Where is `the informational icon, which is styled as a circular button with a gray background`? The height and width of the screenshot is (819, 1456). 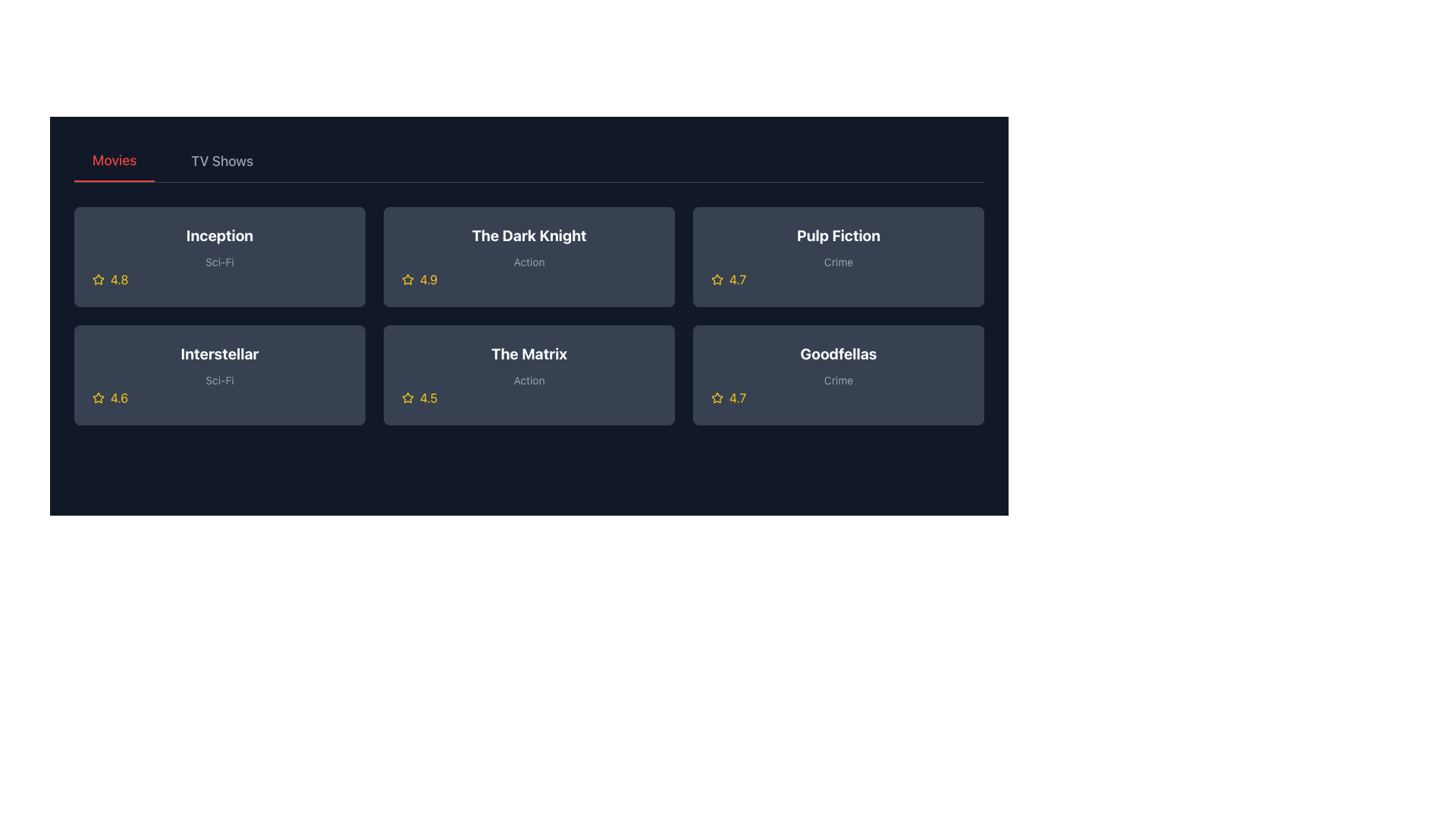
the informational icon, which is styled as a circular button with a gray background is located at coordinates (837, 375).